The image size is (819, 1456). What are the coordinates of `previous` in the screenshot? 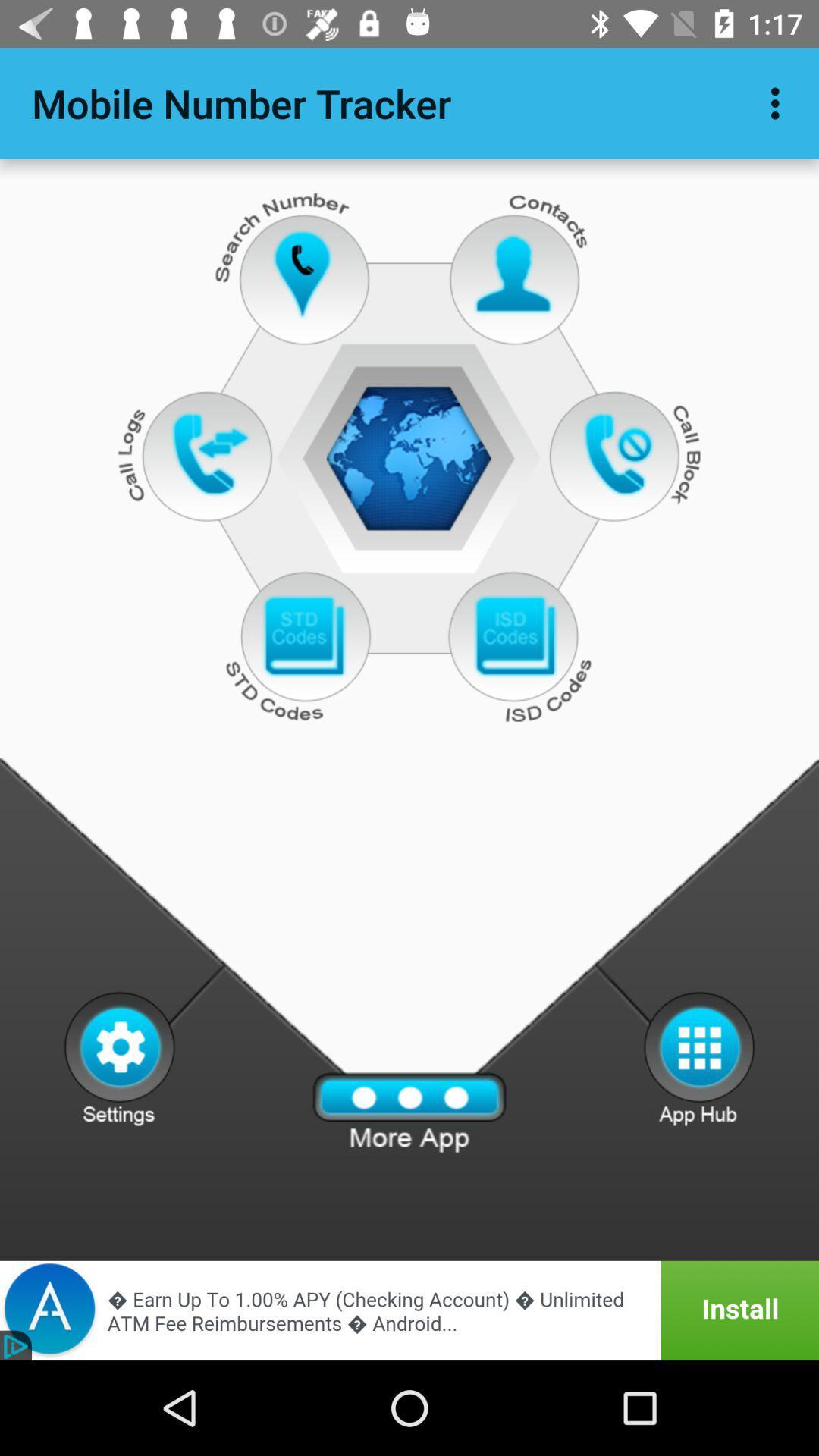 It's located at (514, 637).